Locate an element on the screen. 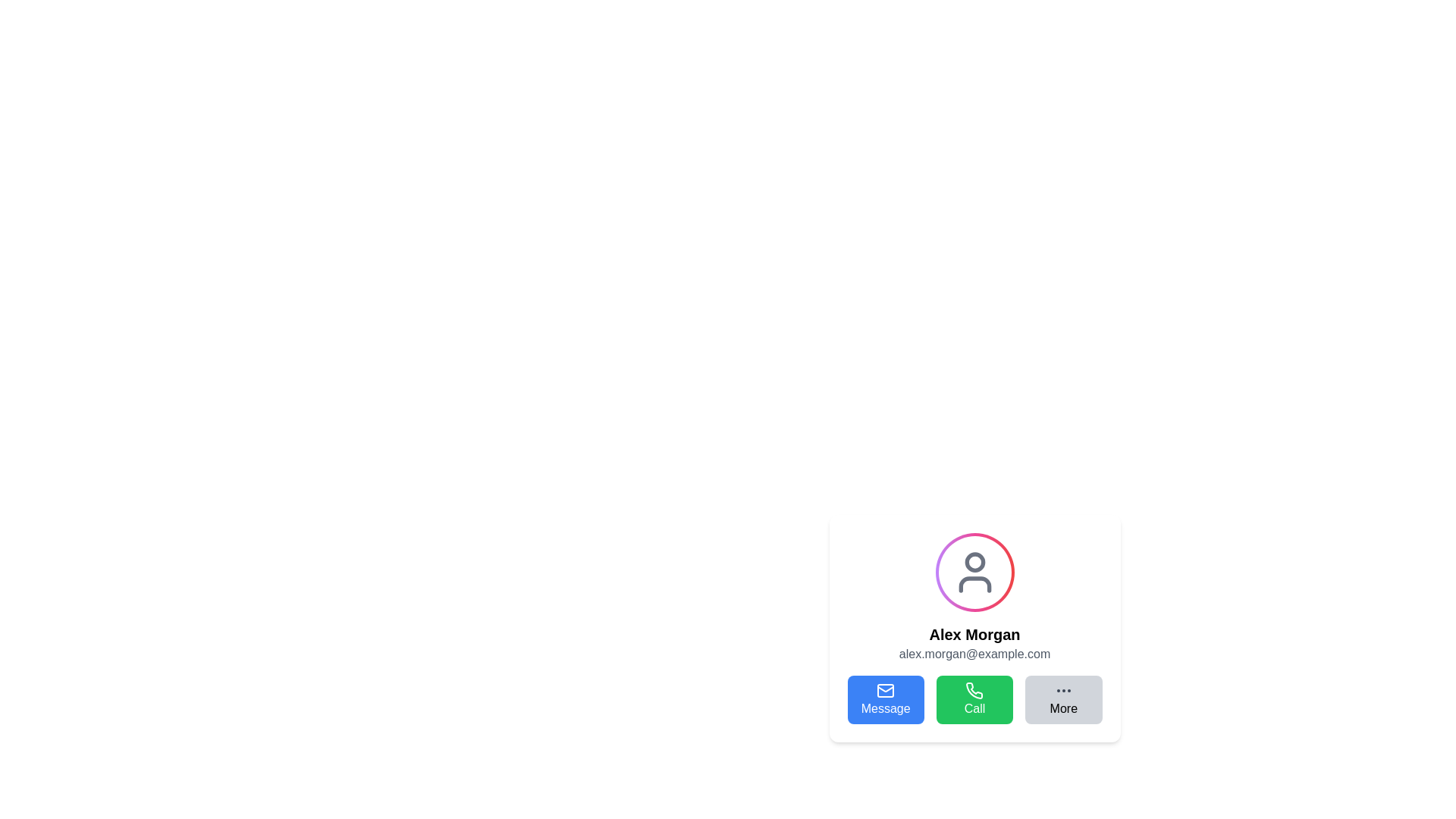 This screenshot has width=1456, height=819. the user avatar icon located at the top of the UI card, which serves as a representation of user information is located at coordinates (974, 573).